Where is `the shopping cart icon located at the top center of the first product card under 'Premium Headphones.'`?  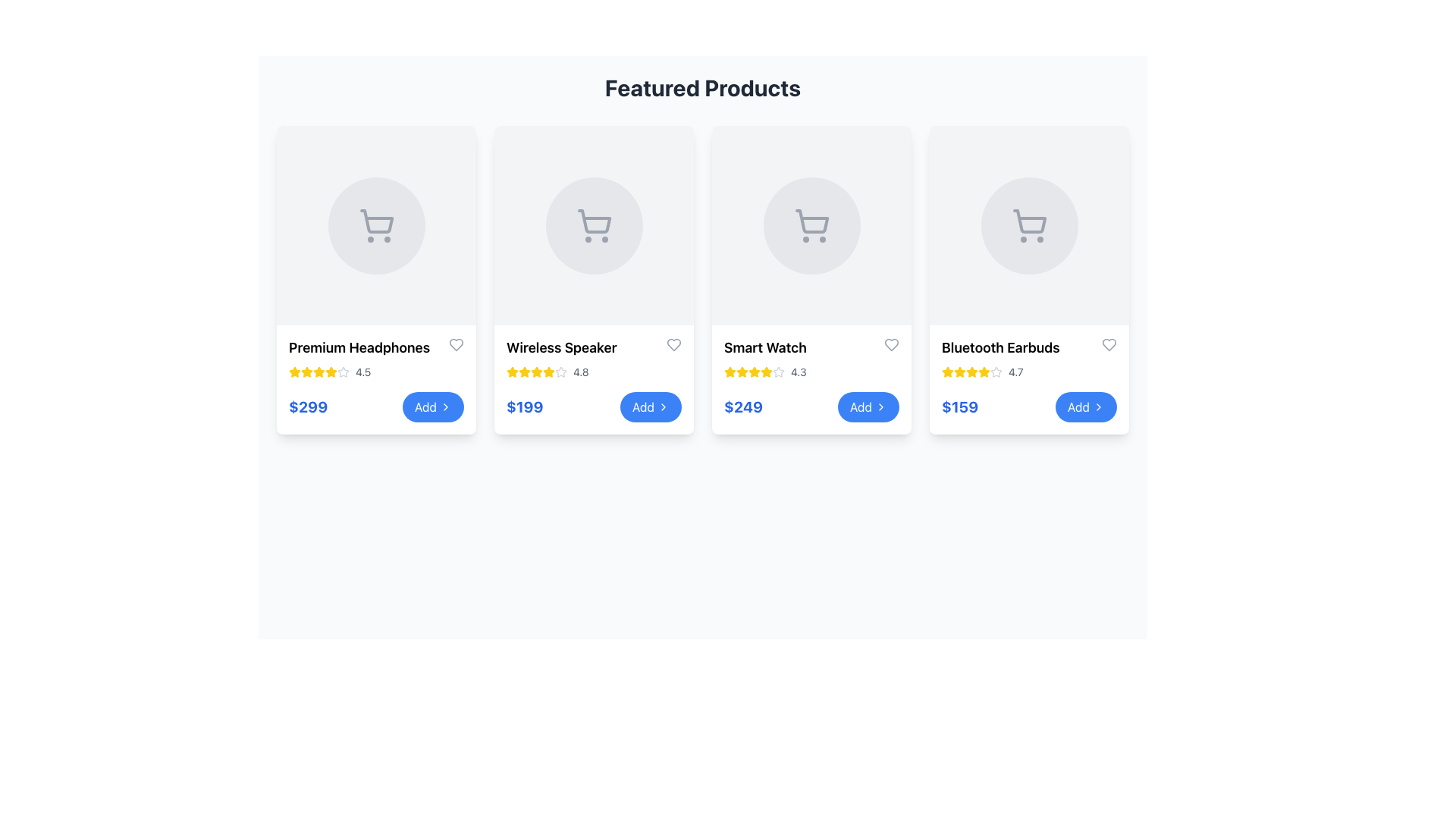
the shopping cart icon located at the top center of the first product card under 'Premium Headphones.' is located at coordinates (376, 221).